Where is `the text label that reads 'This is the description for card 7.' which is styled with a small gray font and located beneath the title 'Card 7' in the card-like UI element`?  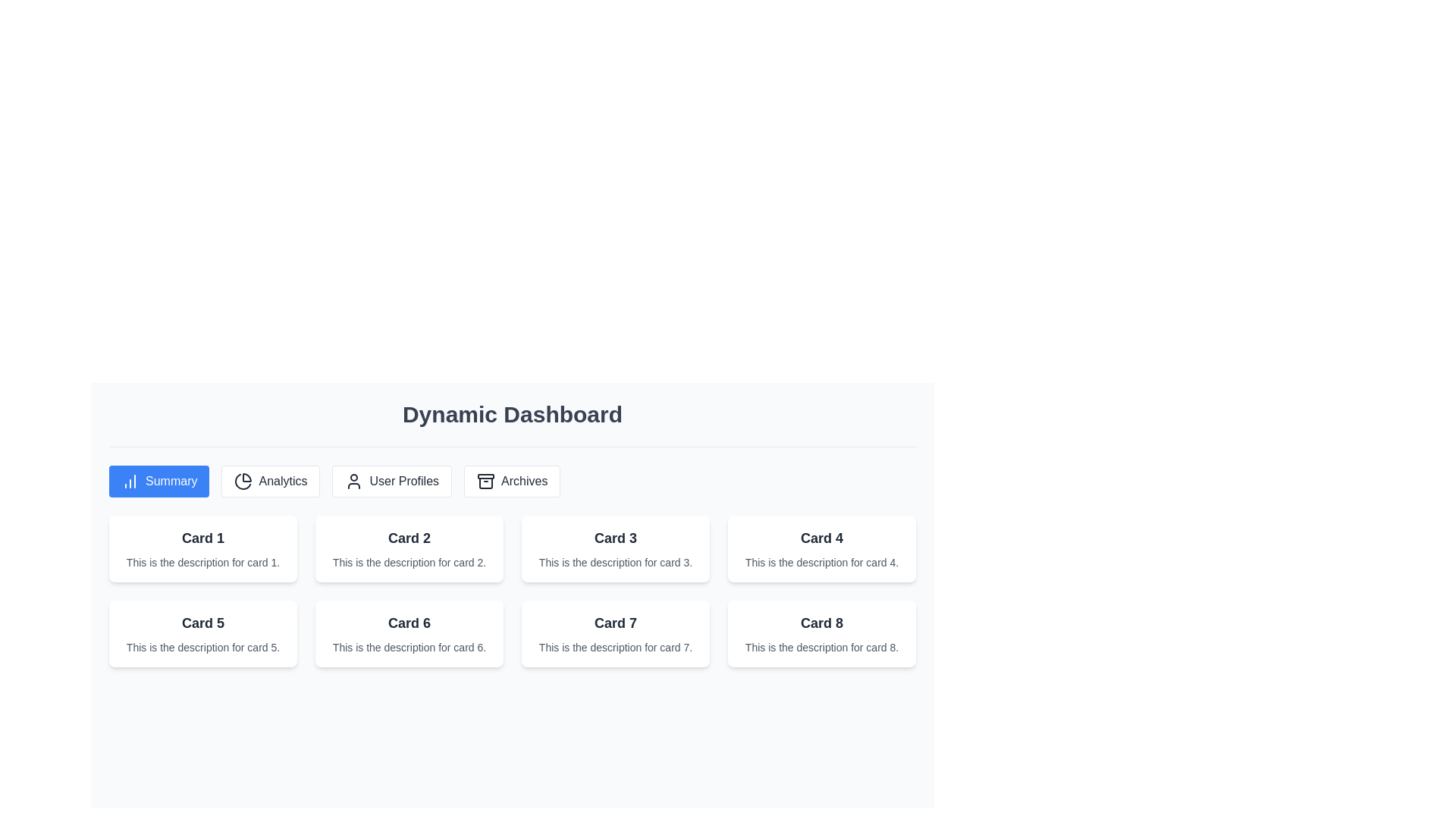 the text label that reads 'This is the description for card 7.' which is styled with a small gray font and located beneath the title 'Card 7' in the card-like UI element is located at coordinates (615, 647).